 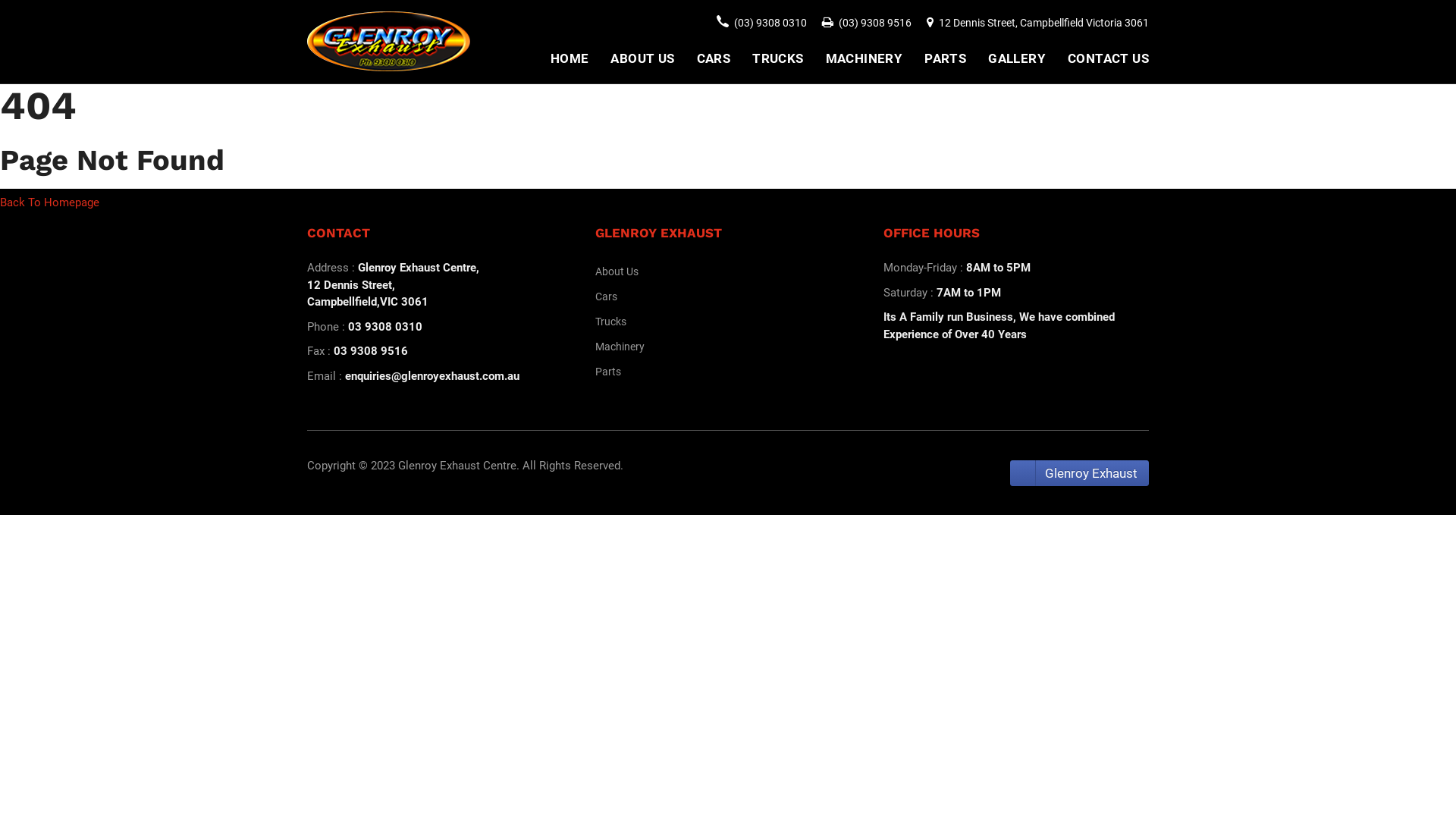 I want to click on 'ABOUT US', so click(x=642, y=58).